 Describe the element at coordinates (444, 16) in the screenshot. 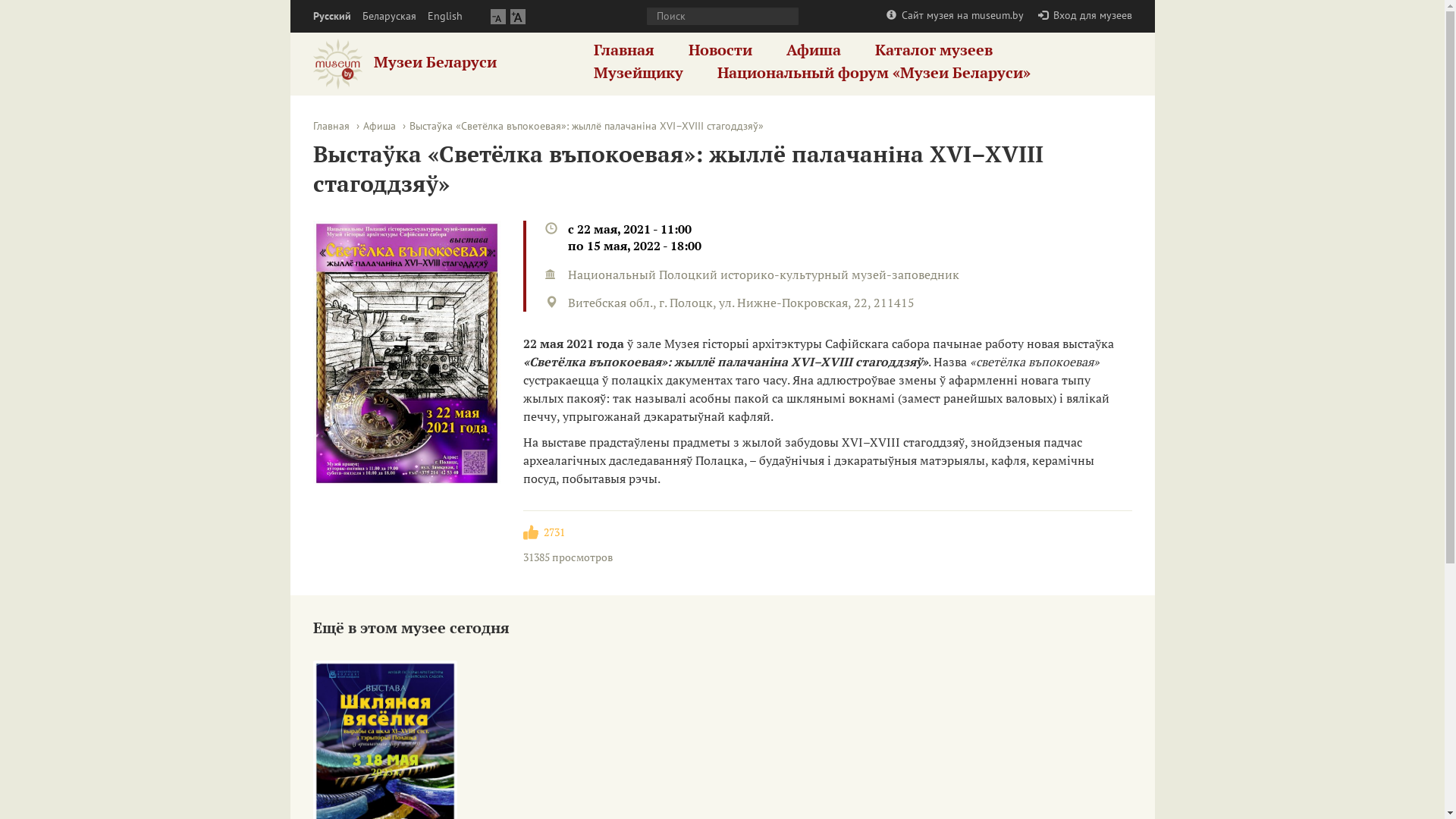

I see `'English'` at that location.